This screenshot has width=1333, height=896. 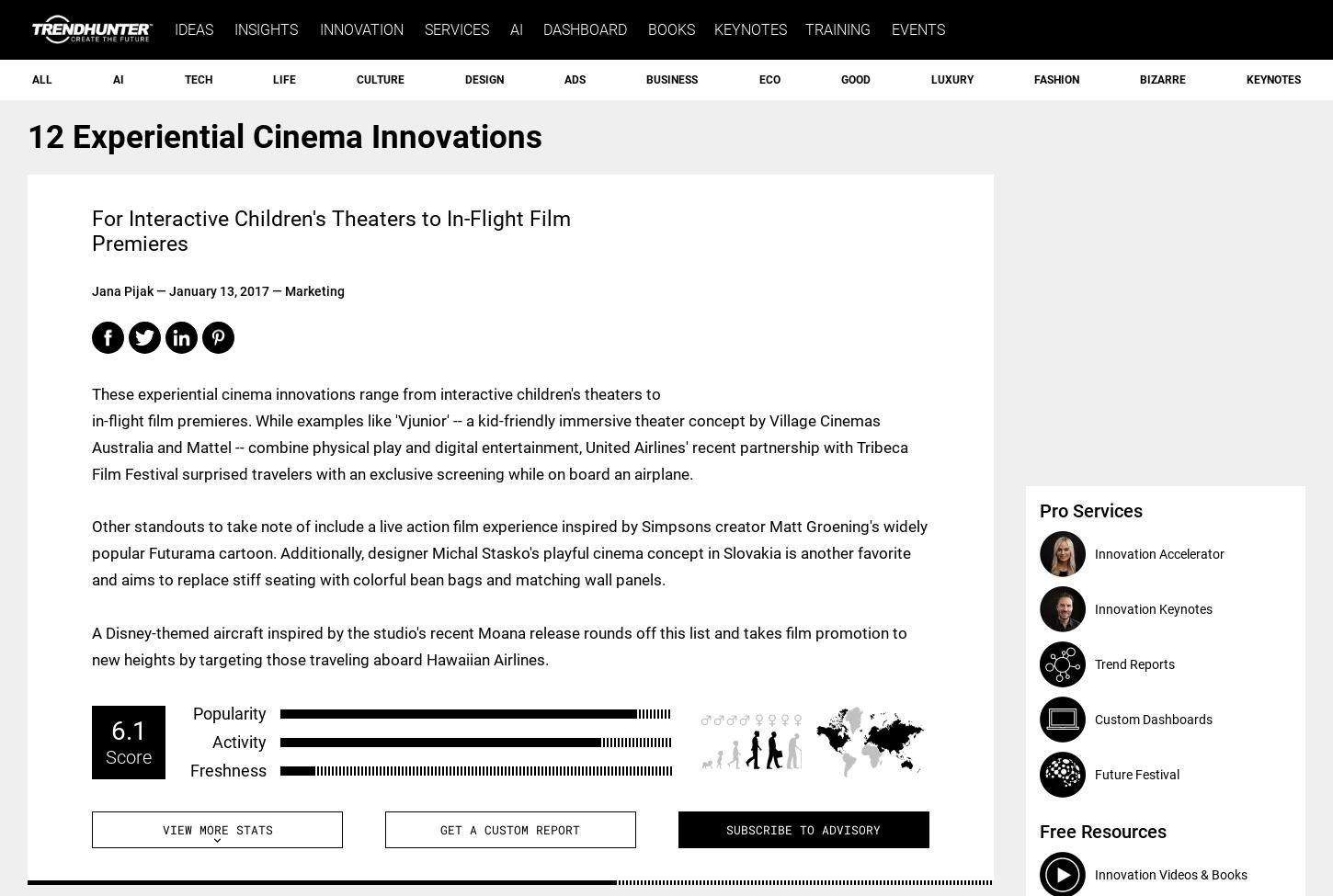 What do you see at coordinates (1222, 29) in the screenshot?
I see `'Log in'` at bounding box center [1222, 29].